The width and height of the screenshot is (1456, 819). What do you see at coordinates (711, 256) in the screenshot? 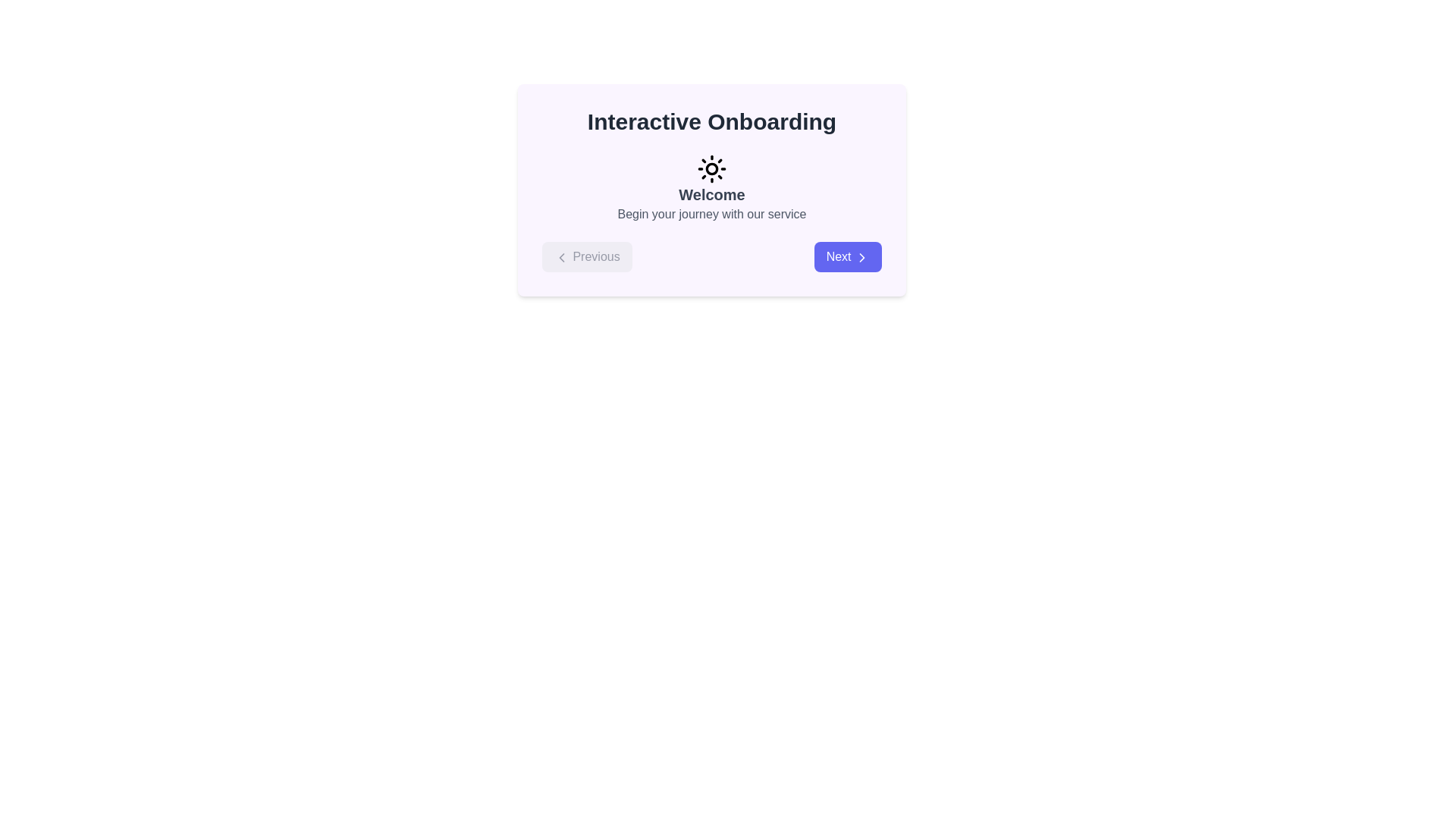
I see `the Navigation controls with distinct Left and Right buttons to trigger hover effects` at bounding box center [711, 256].